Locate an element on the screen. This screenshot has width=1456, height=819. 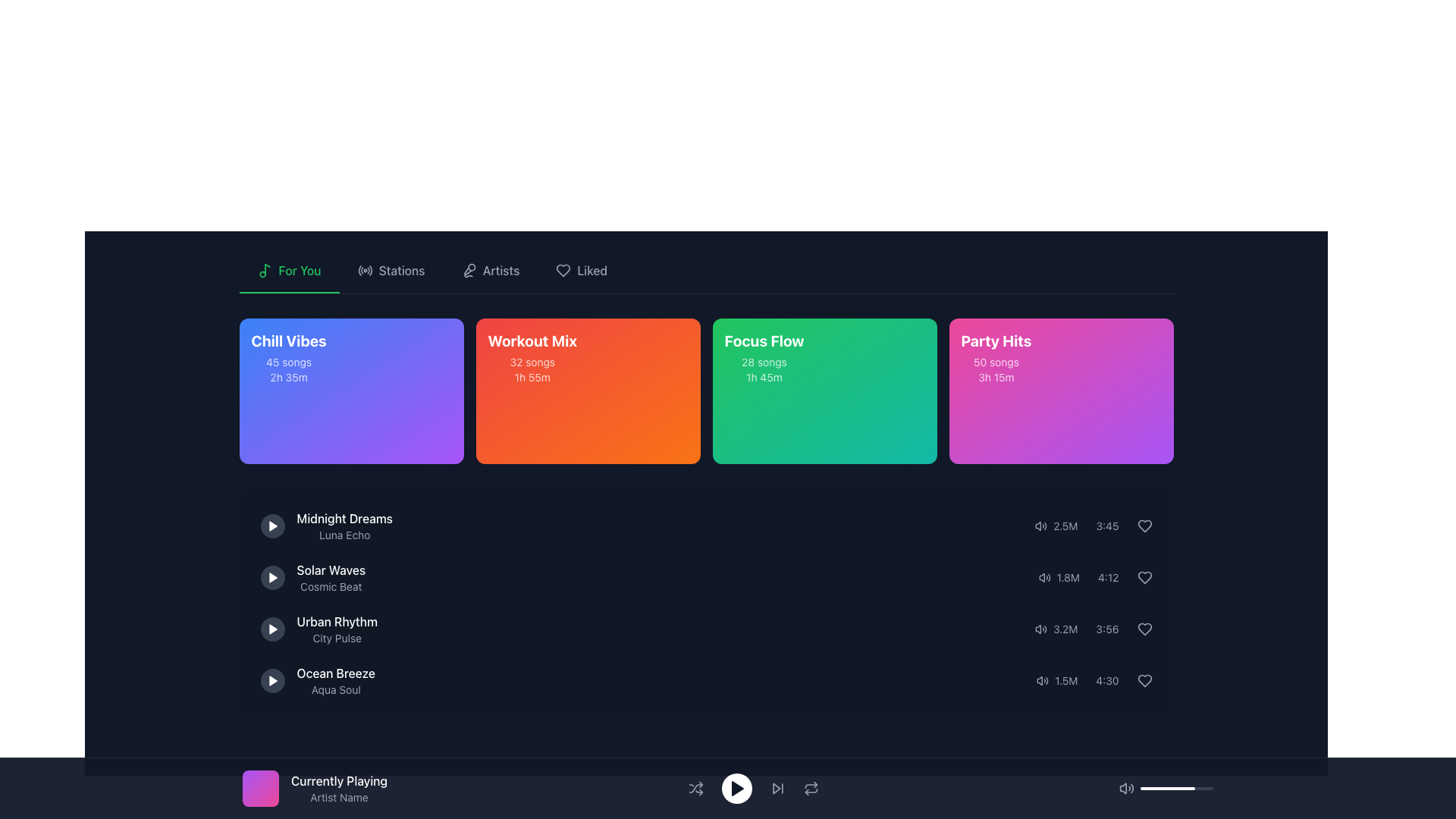
the circular play button with a dark gray background and a white play icon to play the track 'Urban Rhythm' is located at coordinates (272, 629).